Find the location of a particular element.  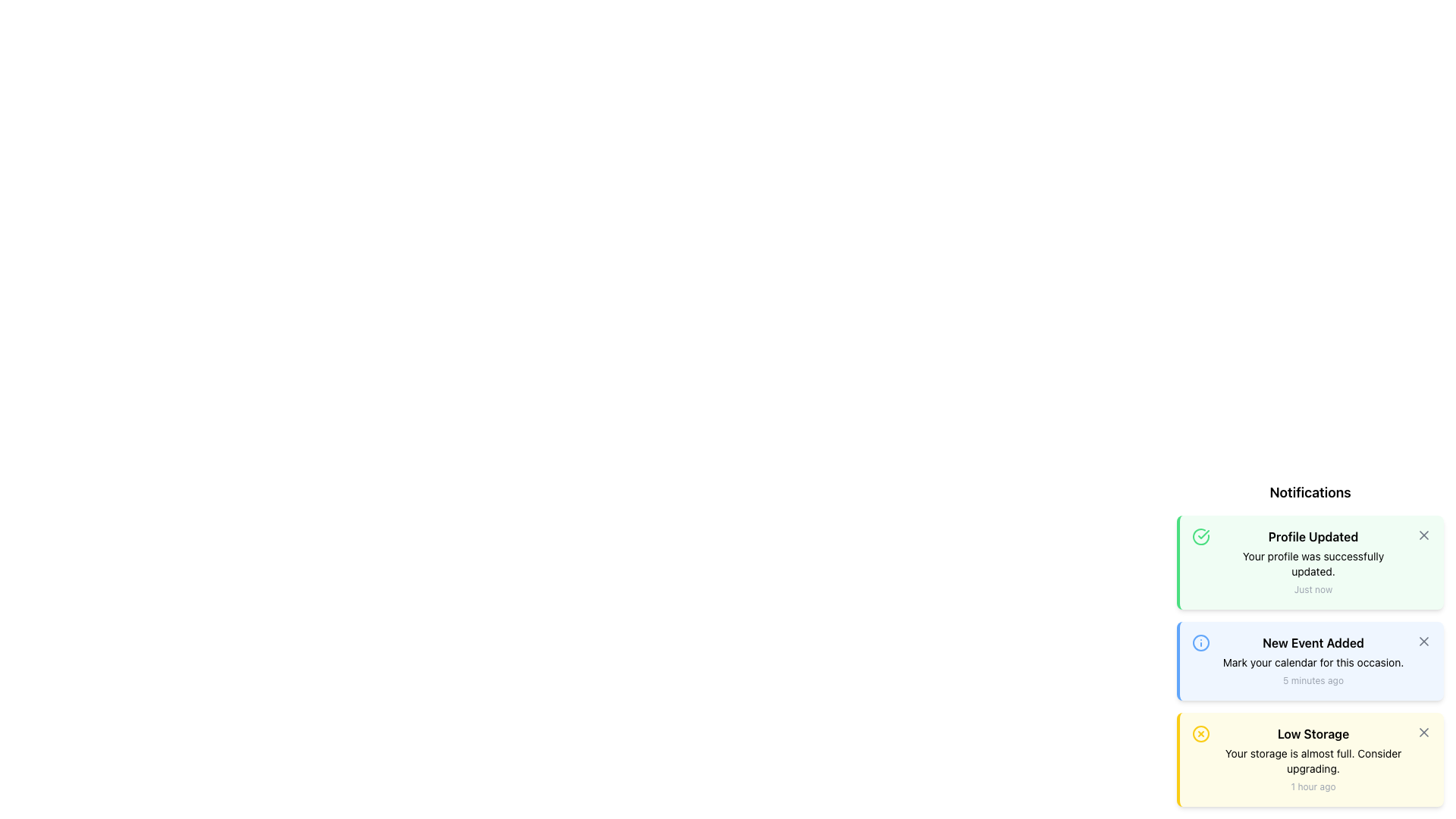

the circular warning icon with a yellow outline and 'X' mark at the beginning of the 'Low Storage' notification box, which is located at the upper-left corner of the last notification card is located at coordinates (1200, 733).